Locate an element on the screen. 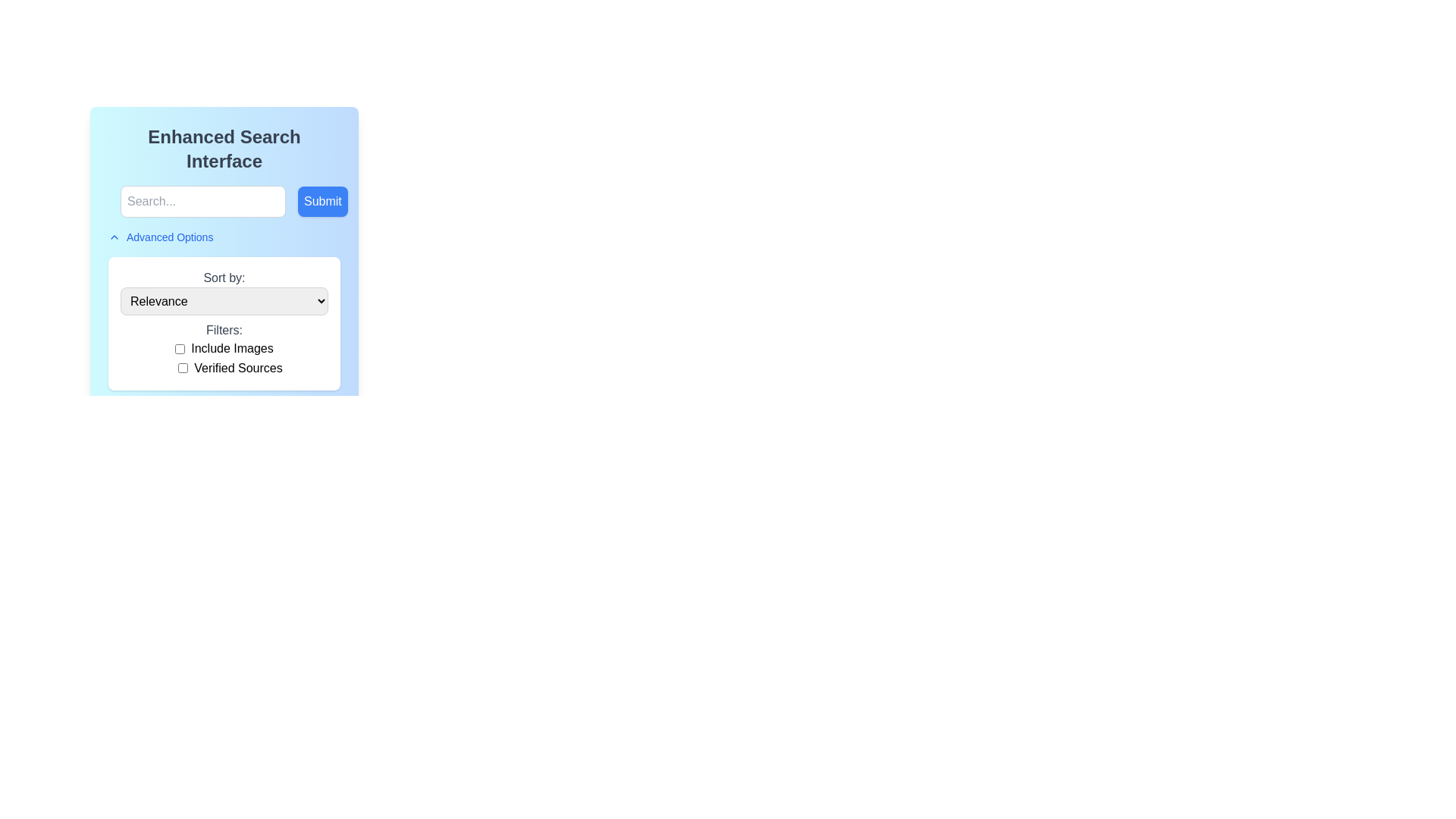  the interactive hyperlink with an adjacent chevron icon located below the search bar and to the left of the 'Submit' button is located at coordinates (161, 237).